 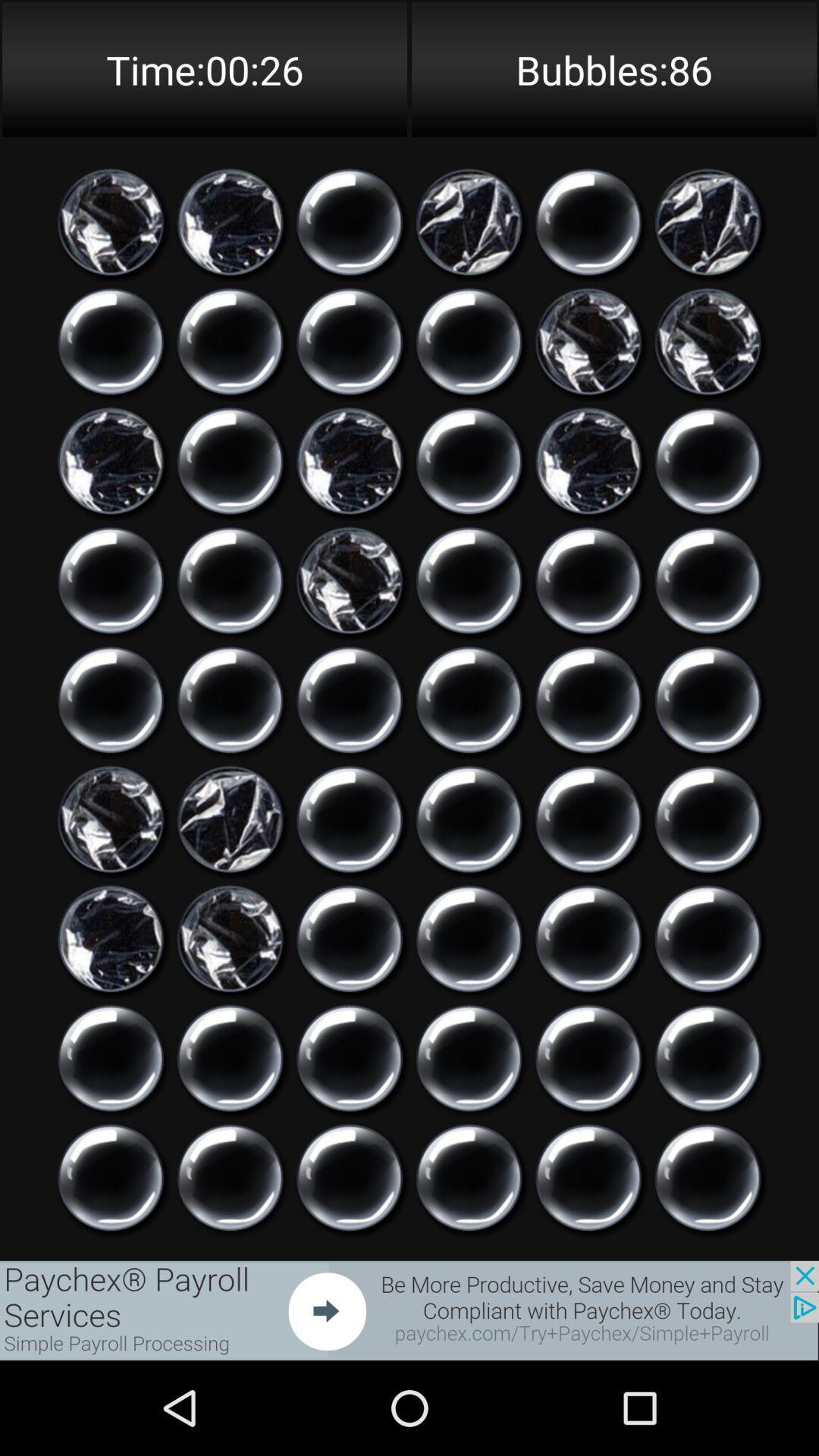 What do you see at coordinates (110, 1132) in the screenshot?
I see `the refresh icon` at bounding box center [110, 1132].